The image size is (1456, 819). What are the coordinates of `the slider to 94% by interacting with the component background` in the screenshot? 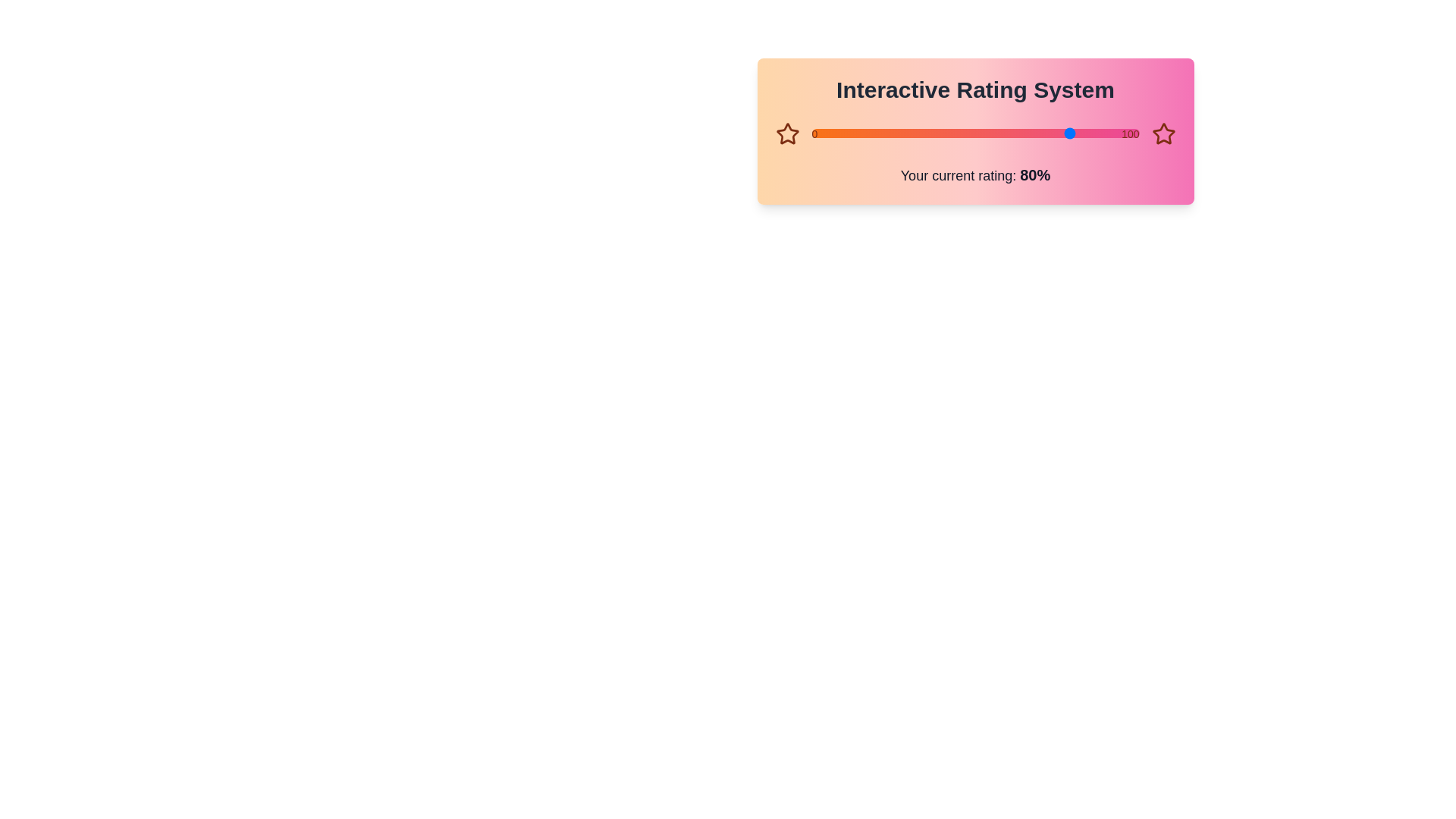 It's located at (1119, 133).